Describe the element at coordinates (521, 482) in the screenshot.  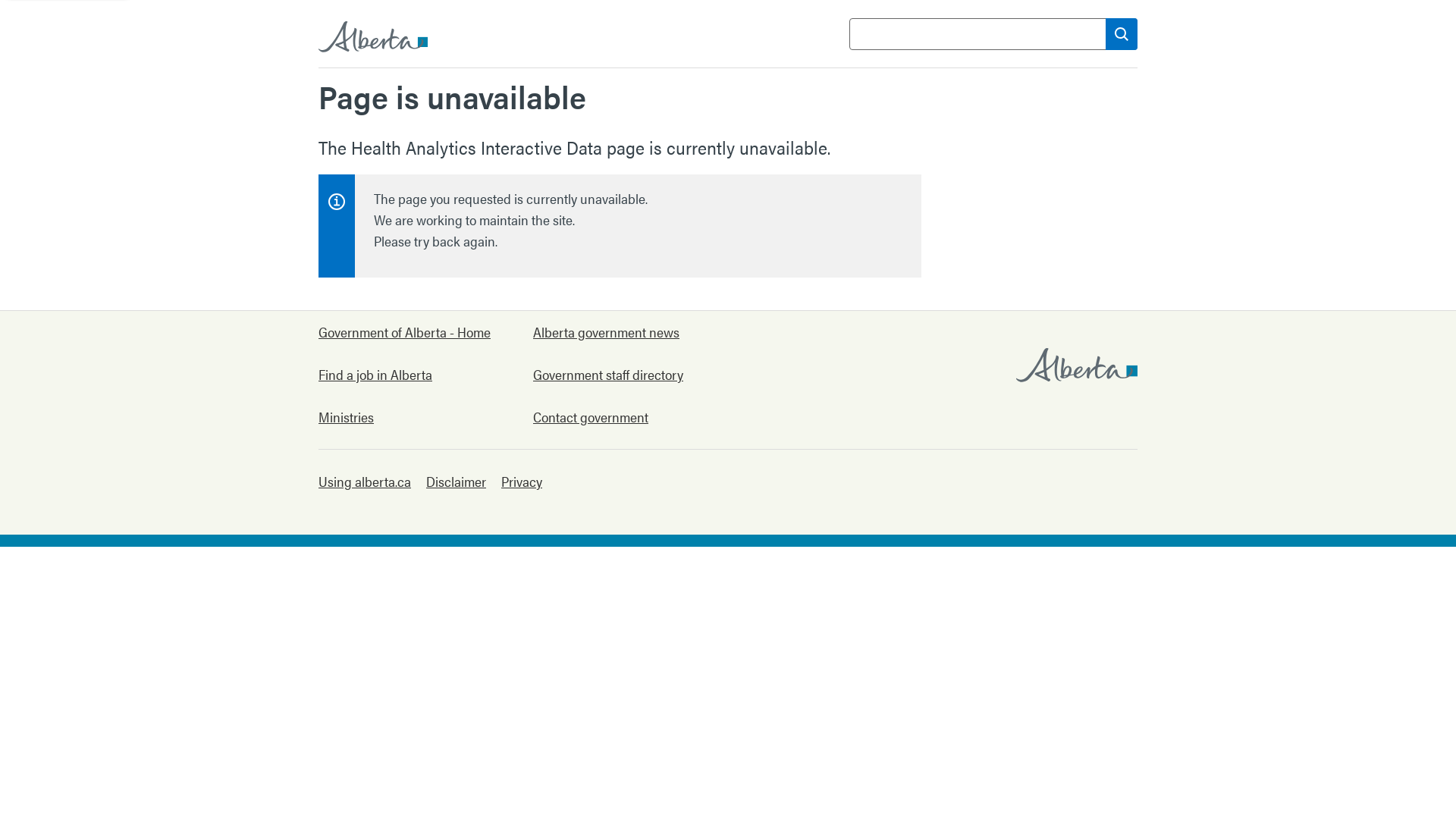
I see `'Privacy'` at that location.